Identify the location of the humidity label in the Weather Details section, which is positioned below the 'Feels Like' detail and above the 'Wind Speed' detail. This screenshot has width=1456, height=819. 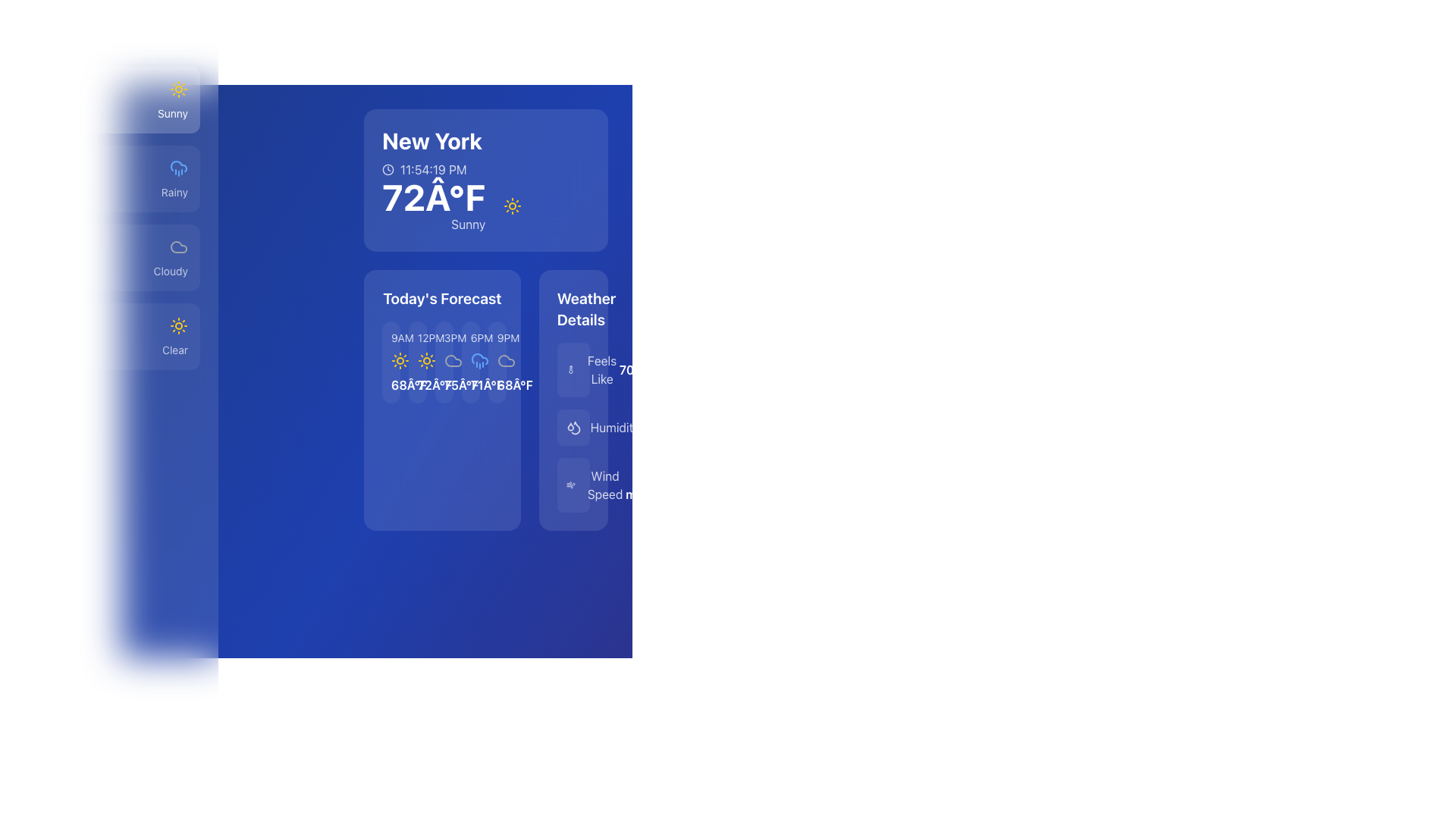
(615, 427).